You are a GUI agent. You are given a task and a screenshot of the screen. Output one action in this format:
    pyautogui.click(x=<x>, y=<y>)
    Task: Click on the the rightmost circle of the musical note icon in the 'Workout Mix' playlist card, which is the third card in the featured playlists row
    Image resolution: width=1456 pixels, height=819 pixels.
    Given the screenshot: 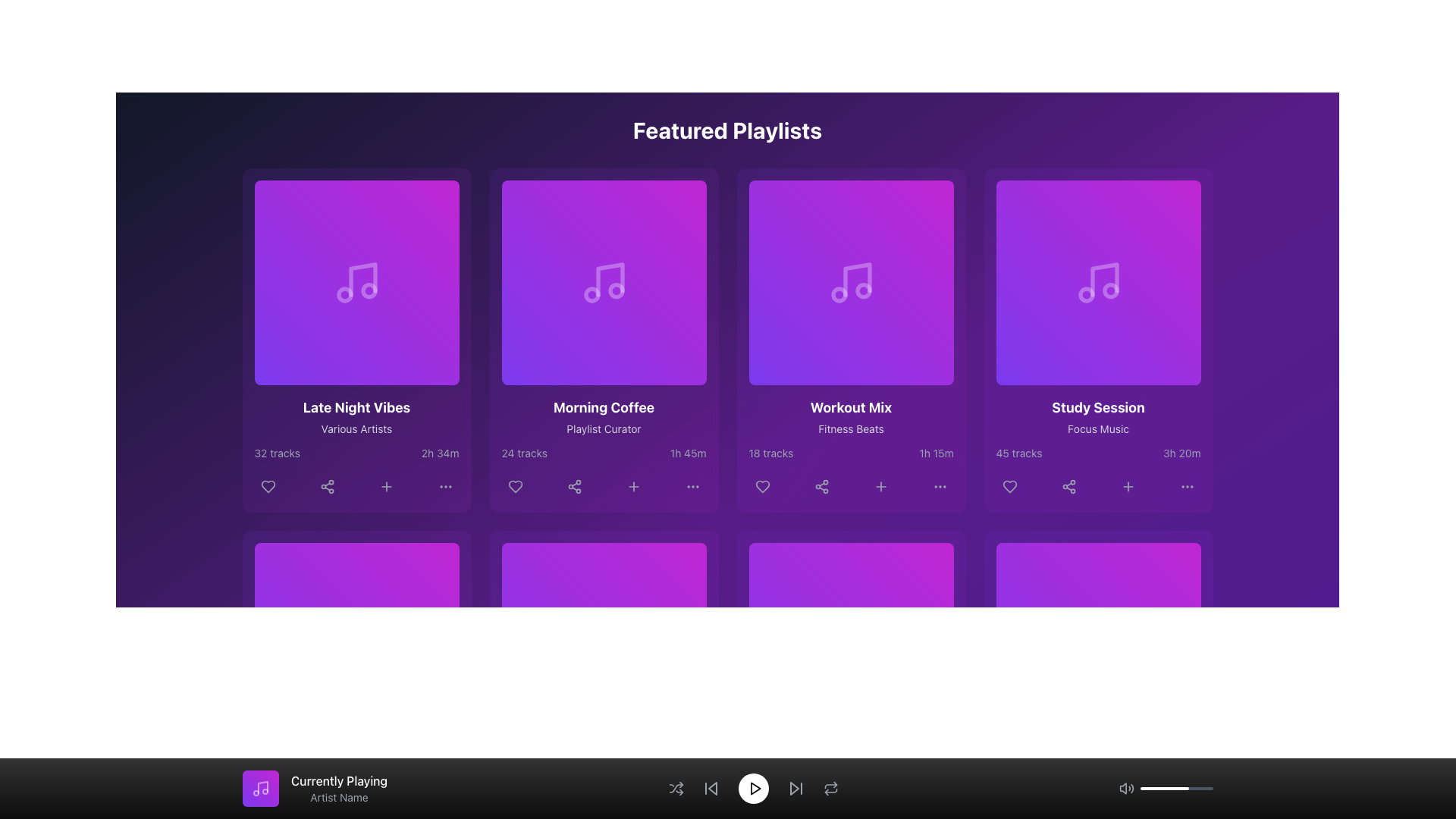 What is the action you would take?
    pyautogui.click(x=863, y=290)
    